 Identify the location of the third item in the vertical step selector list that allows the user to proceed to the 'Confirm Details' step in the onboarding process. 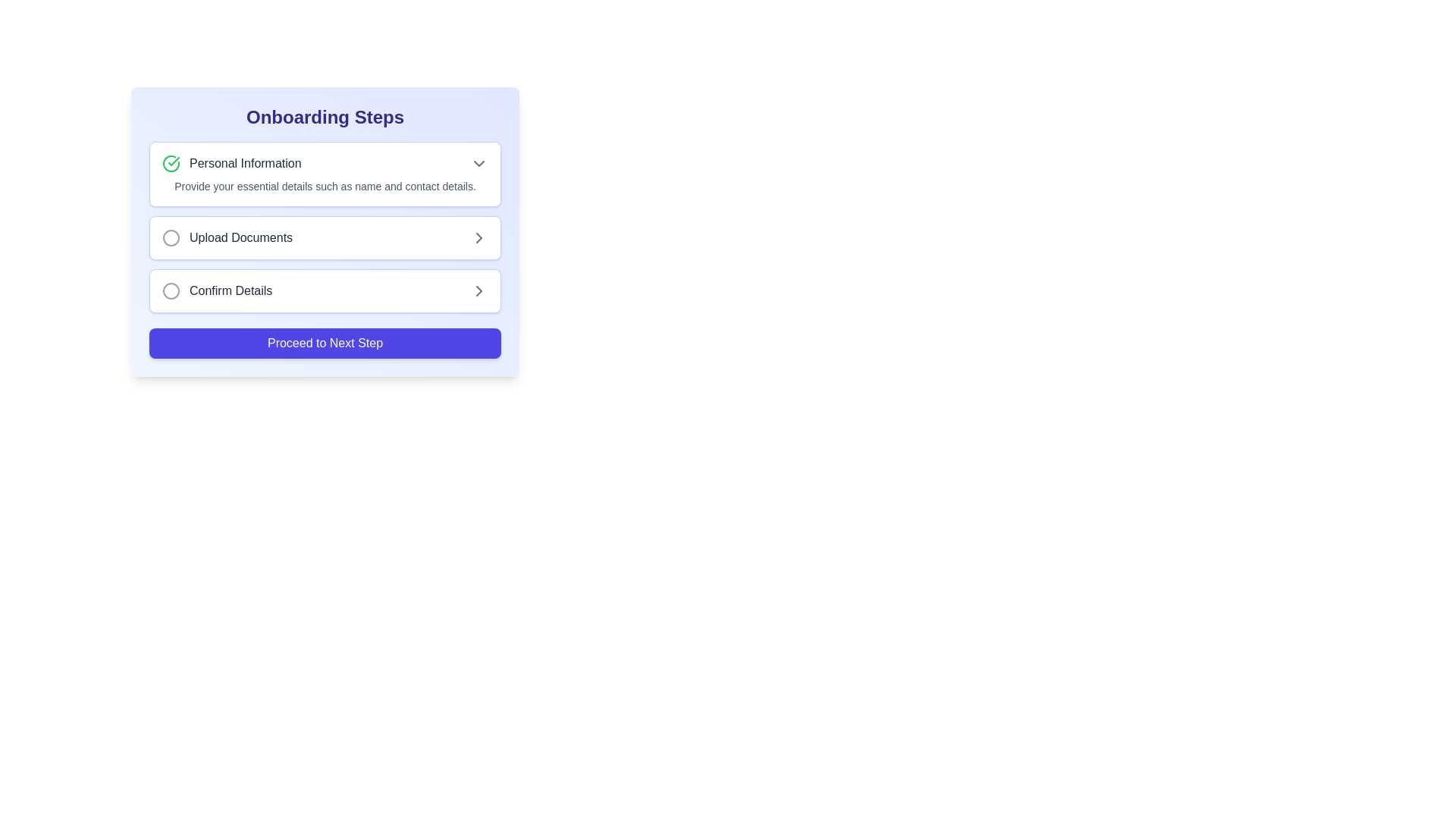
(324, 291).